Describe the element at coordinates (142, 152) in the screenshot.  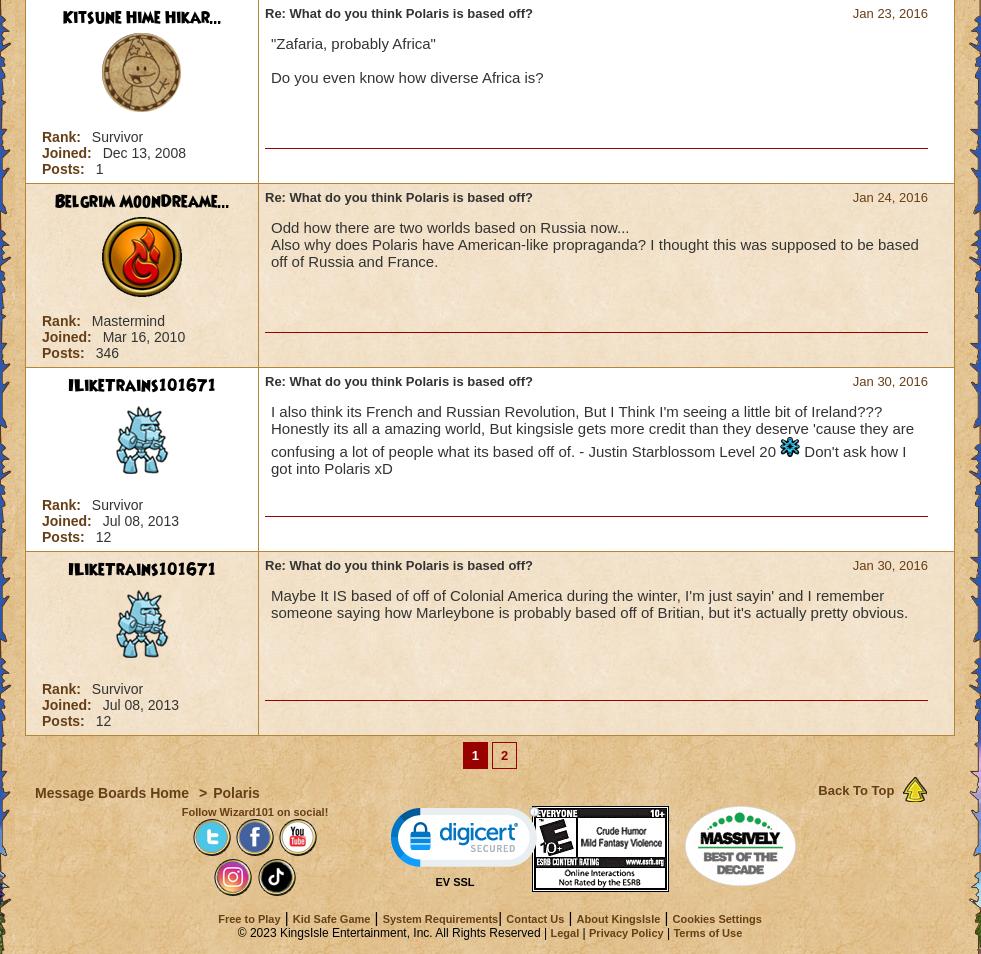
I see `'Dec 13, 2008'` at that location.